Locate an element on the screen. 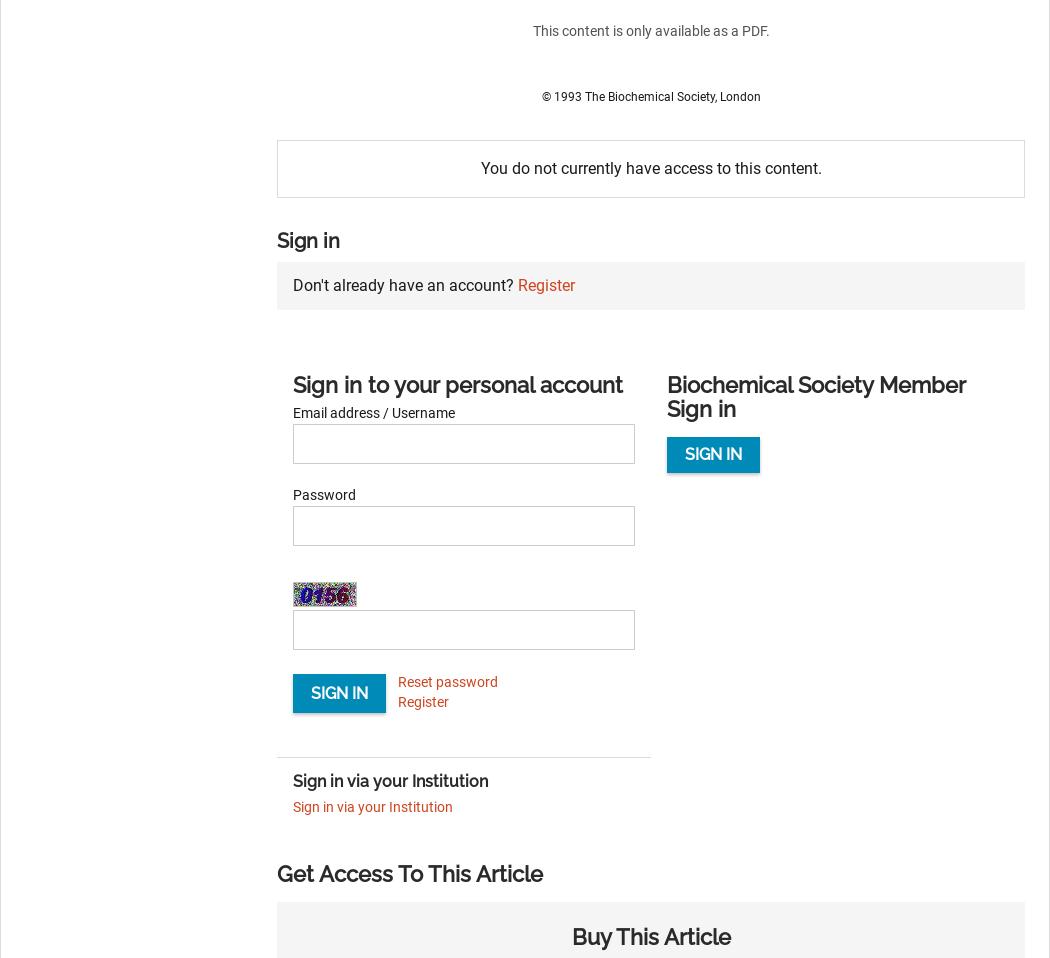 This screenshot has width=1050, height=958. 'You do not currently have access to this content.' is located at coordinates (649, 167).